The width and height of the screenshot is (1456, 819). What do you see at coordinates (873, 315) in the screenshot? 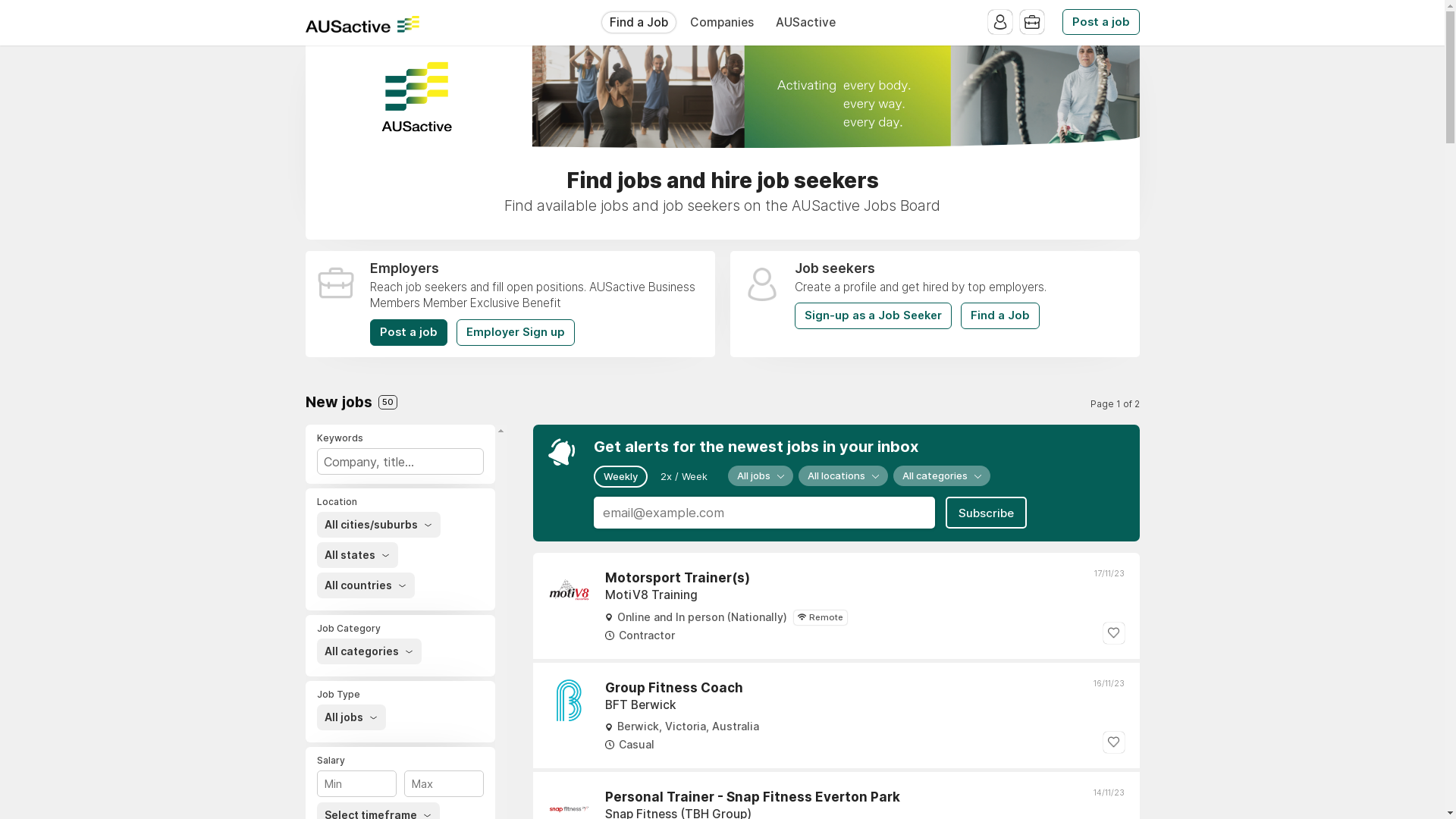
I see `'Sign-up as a Job Seeker'` at bounding box center [873, 315].